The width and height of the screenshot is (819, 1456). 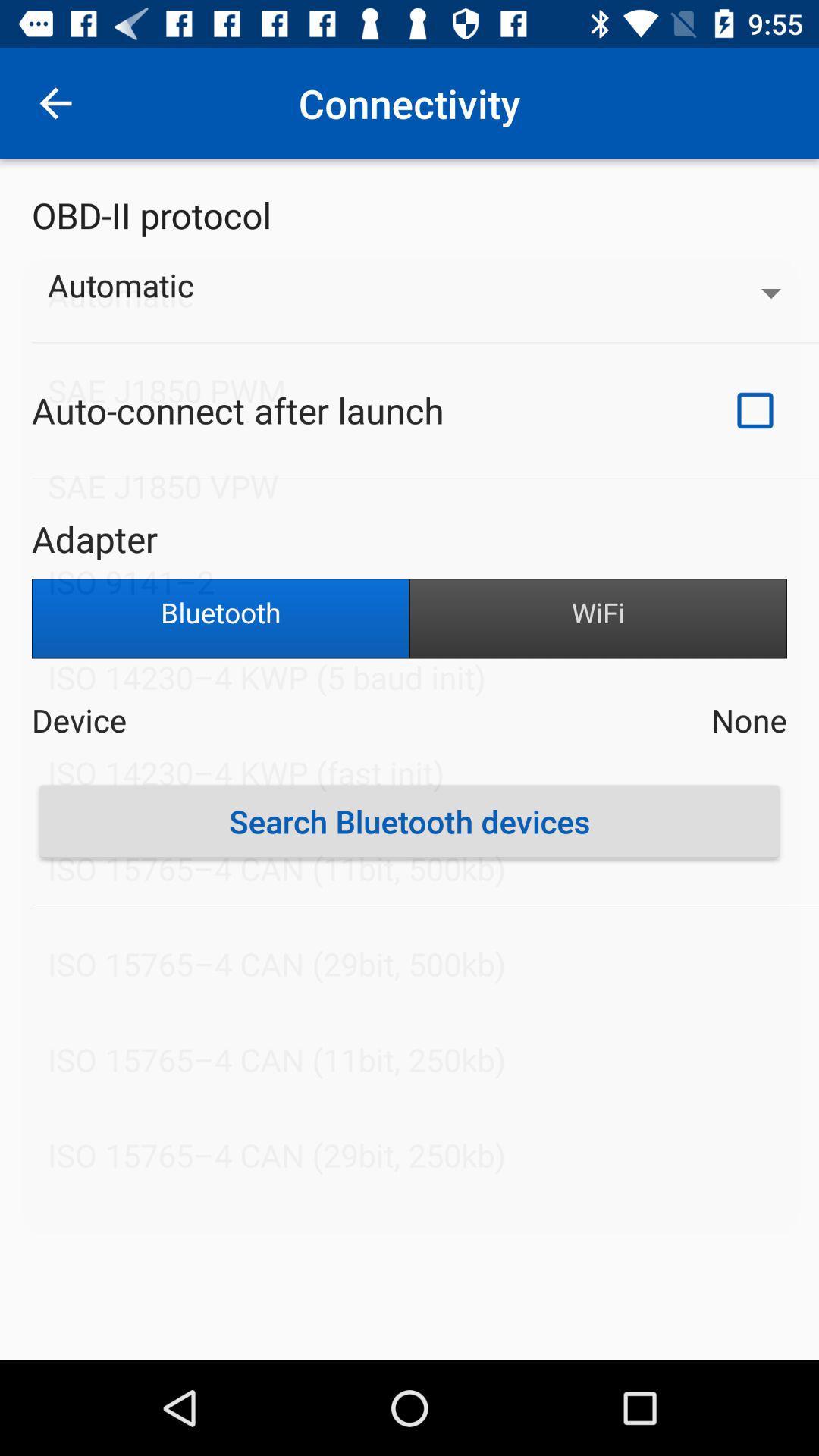 What do you see at coordinates (598, 619) in the screenshot?
I see `the icon above the none item` at bounding box center [598, 619].